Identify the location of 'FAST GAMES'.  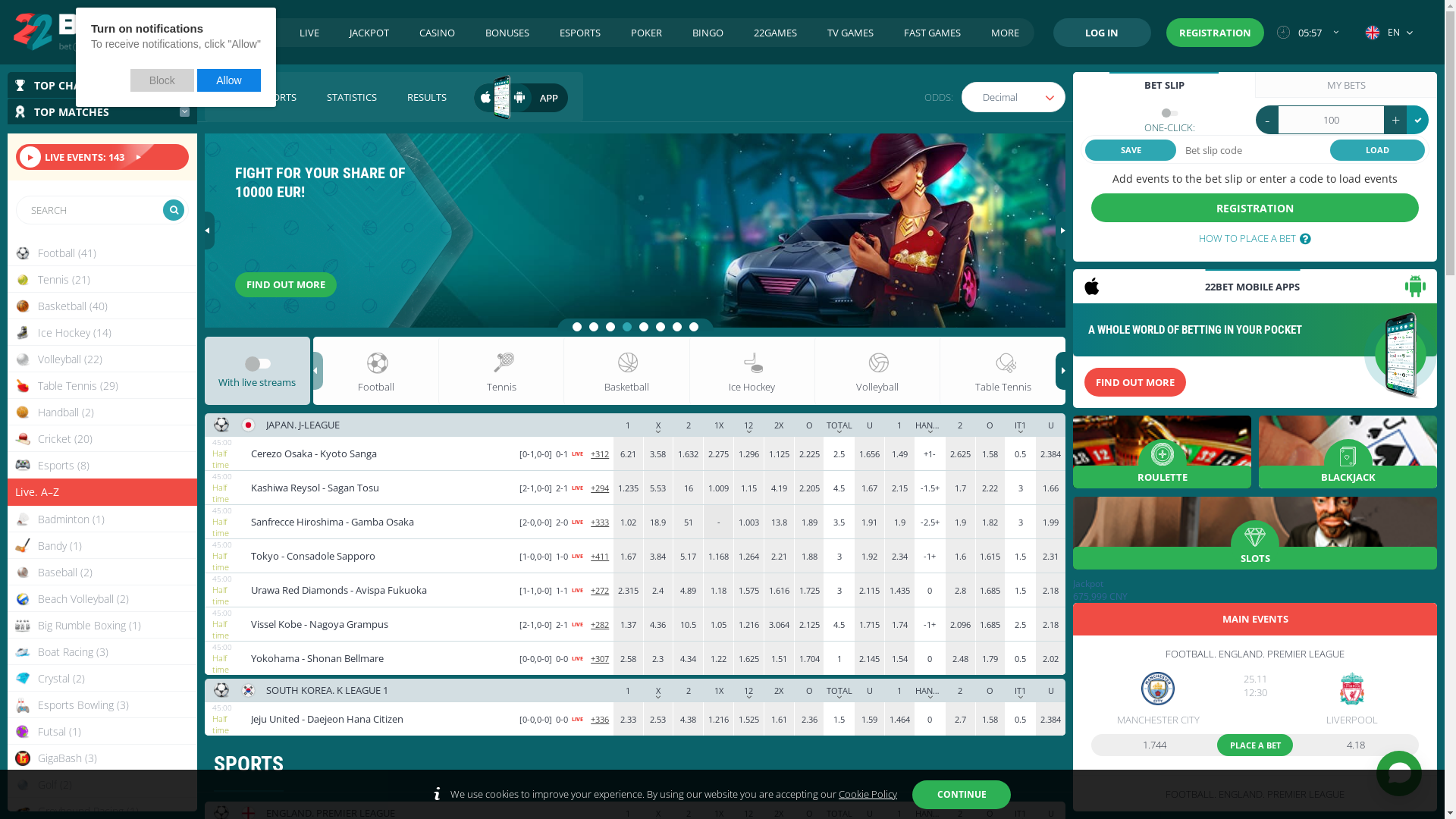
(931, 32).